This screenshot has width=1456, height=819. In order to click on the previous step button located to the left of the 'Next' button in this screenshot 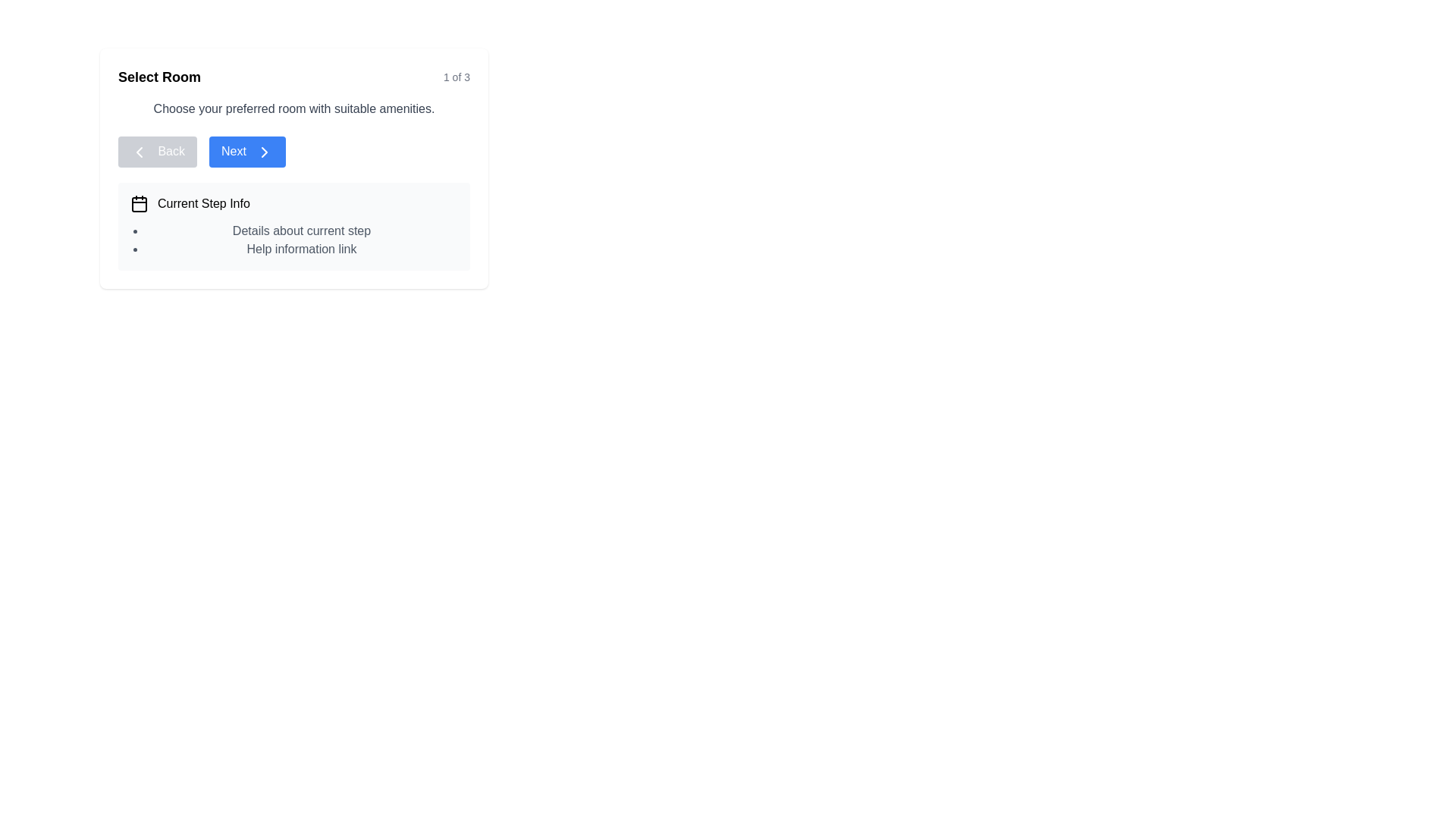, I will do `click(157, 152)`.